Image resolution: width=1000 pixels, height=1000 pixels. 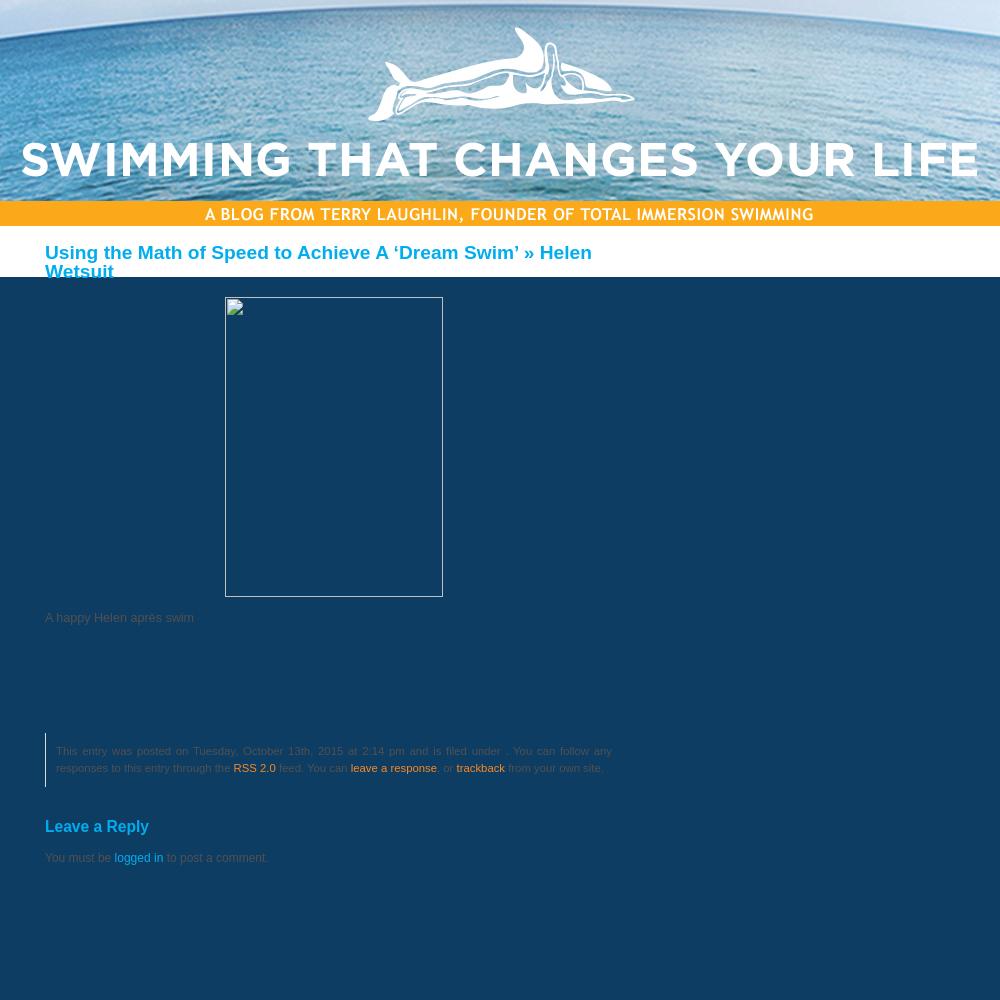 What do you see at coordinates (317, 261) in the screenshot?
I see `'» Helen Wetsuit'` at bounding box center [317, 261].